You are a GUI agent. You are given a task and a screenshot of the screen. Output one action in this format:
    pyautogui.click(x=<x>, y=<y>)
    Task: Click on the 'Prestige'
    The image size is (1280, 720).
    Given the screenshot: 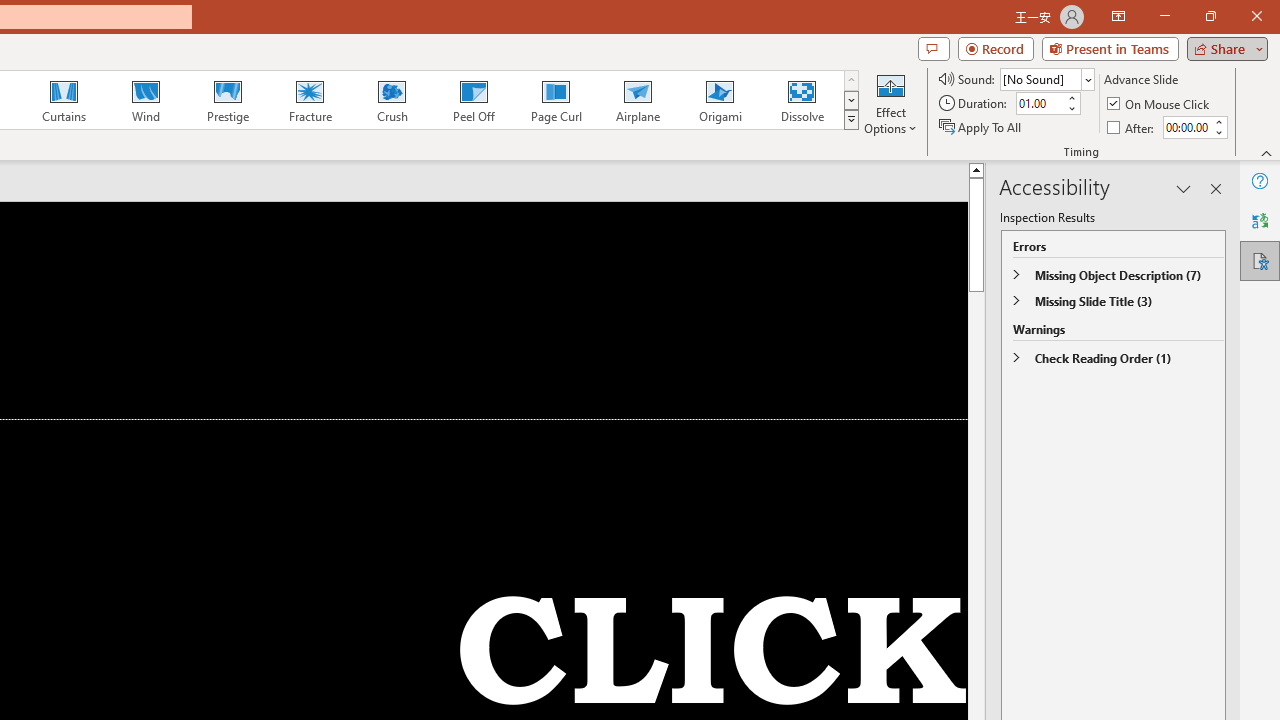 What is the action you would take?
    pyautogui.click(x=227, y=100)
    